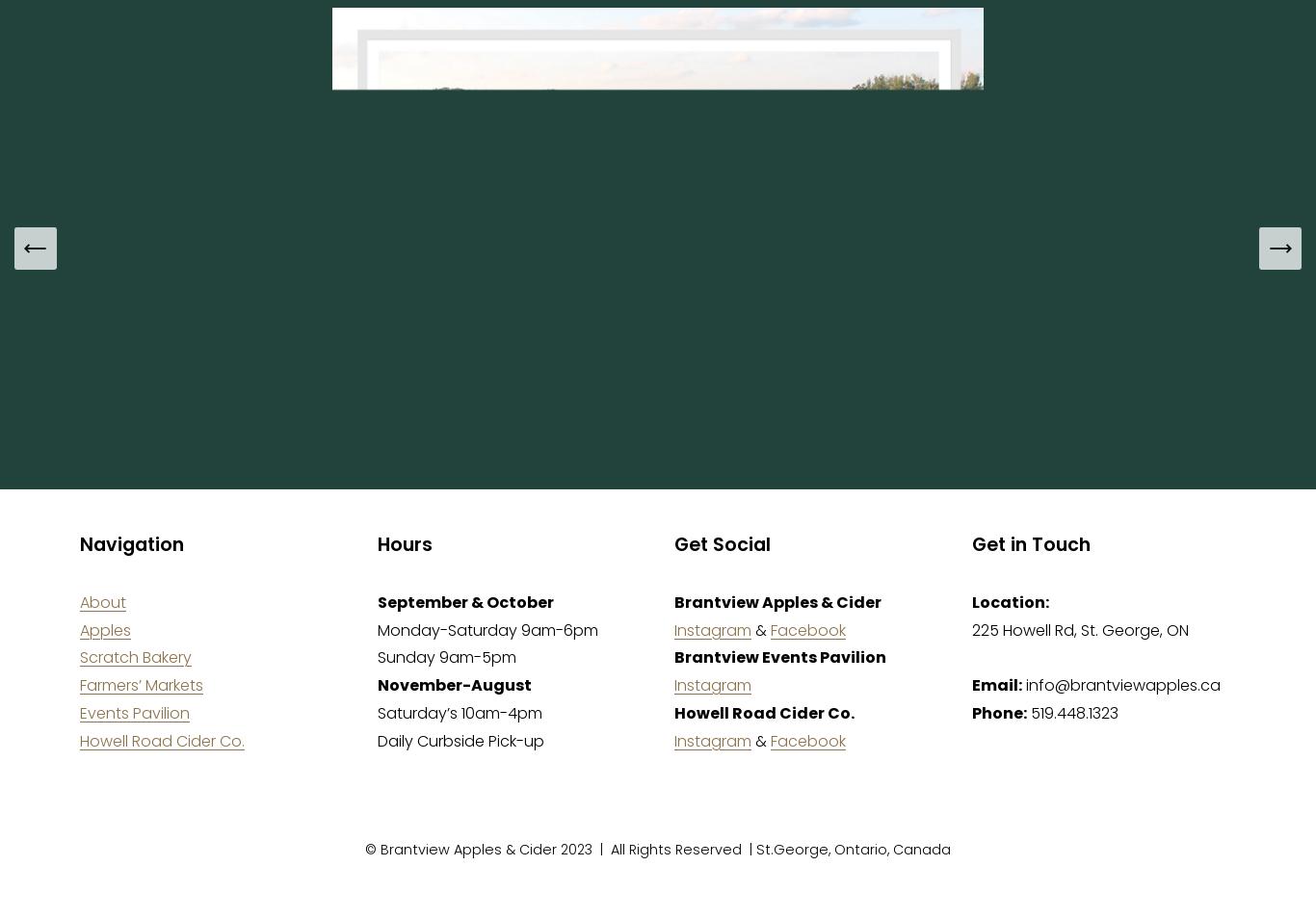 Image resolution: width=1316 pixels, height=919 pixels. I want to click on 'About', so click(102, 600).